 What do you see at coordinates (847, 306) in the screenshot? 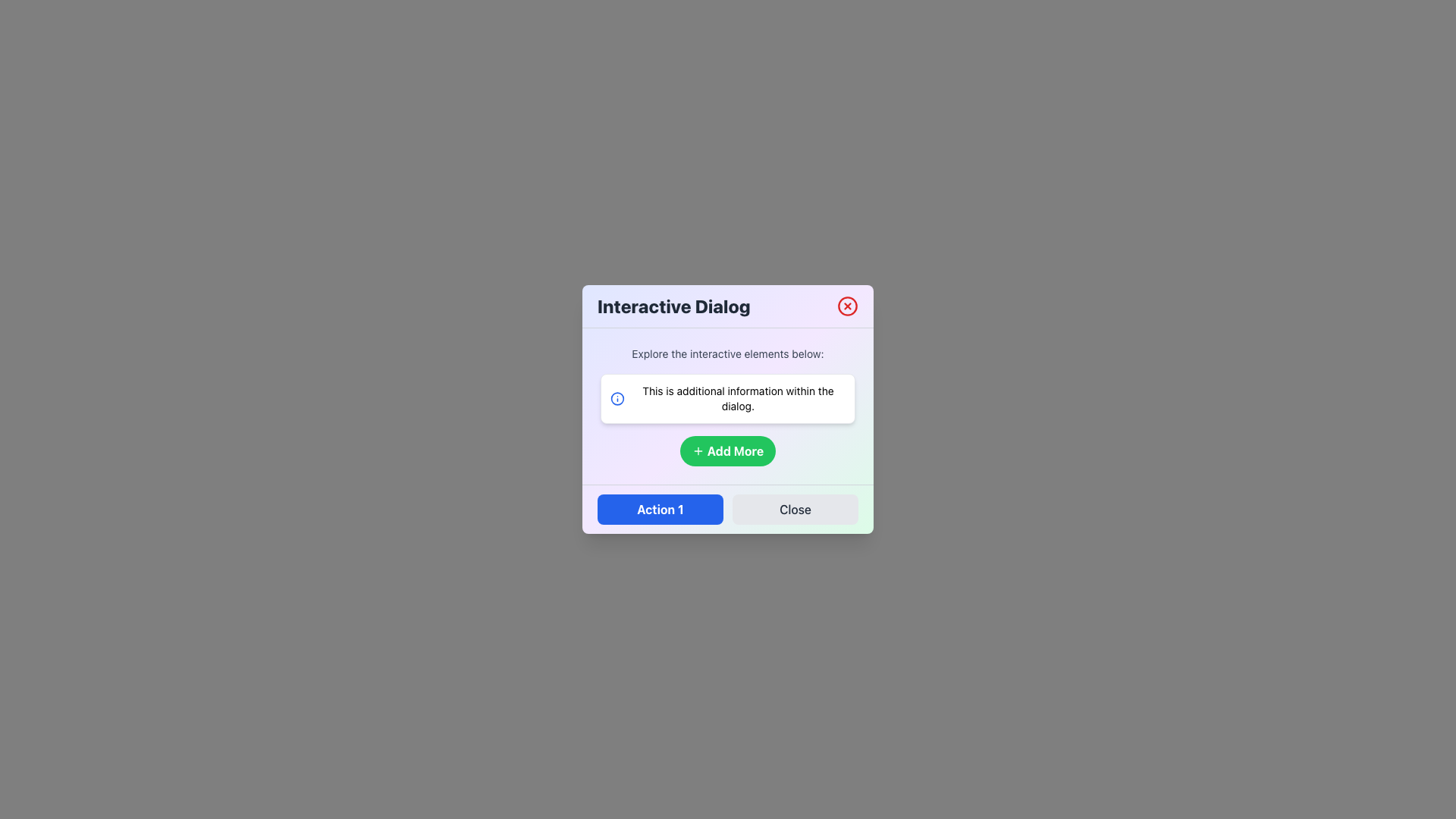
I see `the red circular close button located at the top-right corner of the modal dialog box` at bounding box center [847, 306].